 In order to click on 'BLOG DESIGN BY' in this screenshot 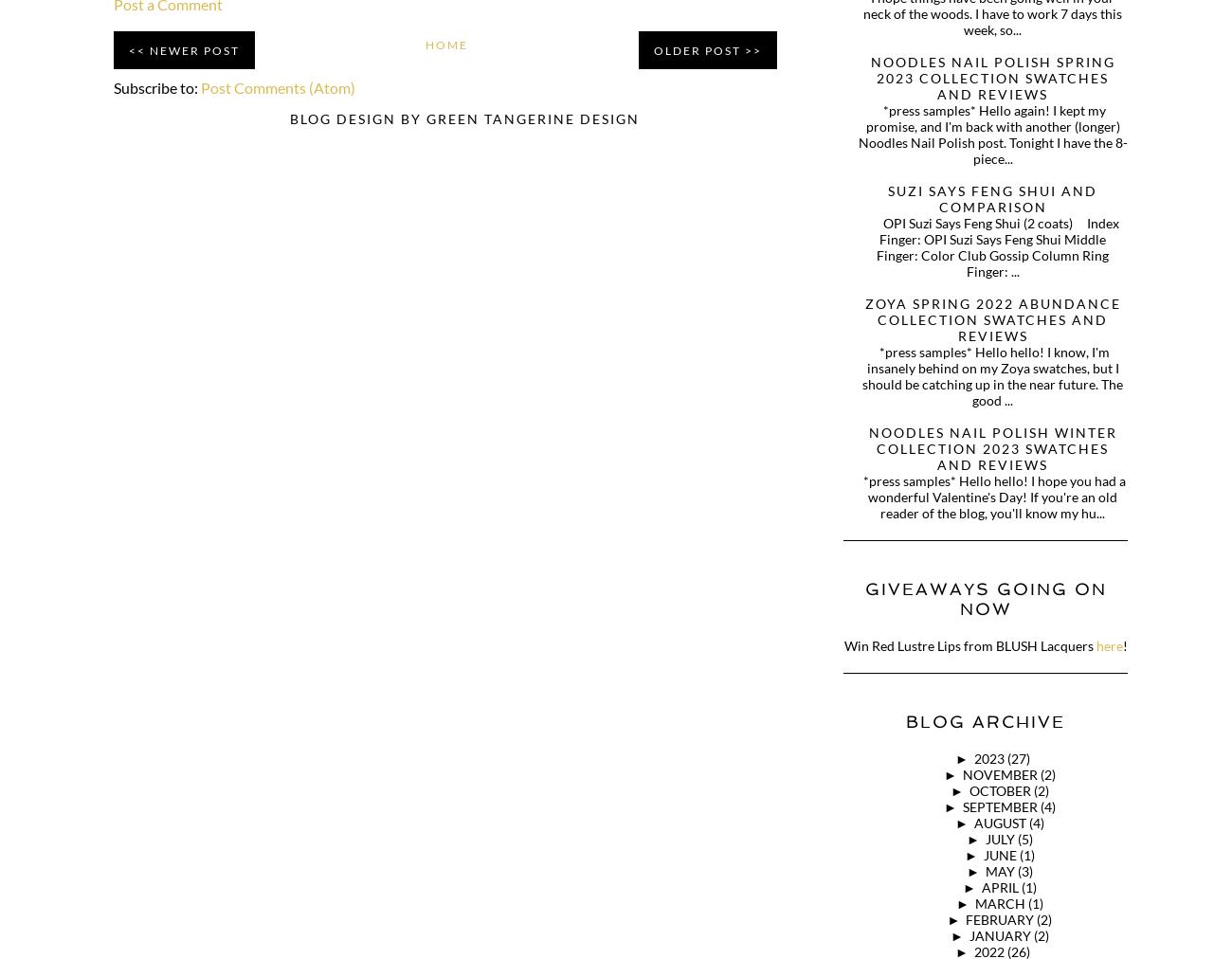, I will do `click(356, 117)`.